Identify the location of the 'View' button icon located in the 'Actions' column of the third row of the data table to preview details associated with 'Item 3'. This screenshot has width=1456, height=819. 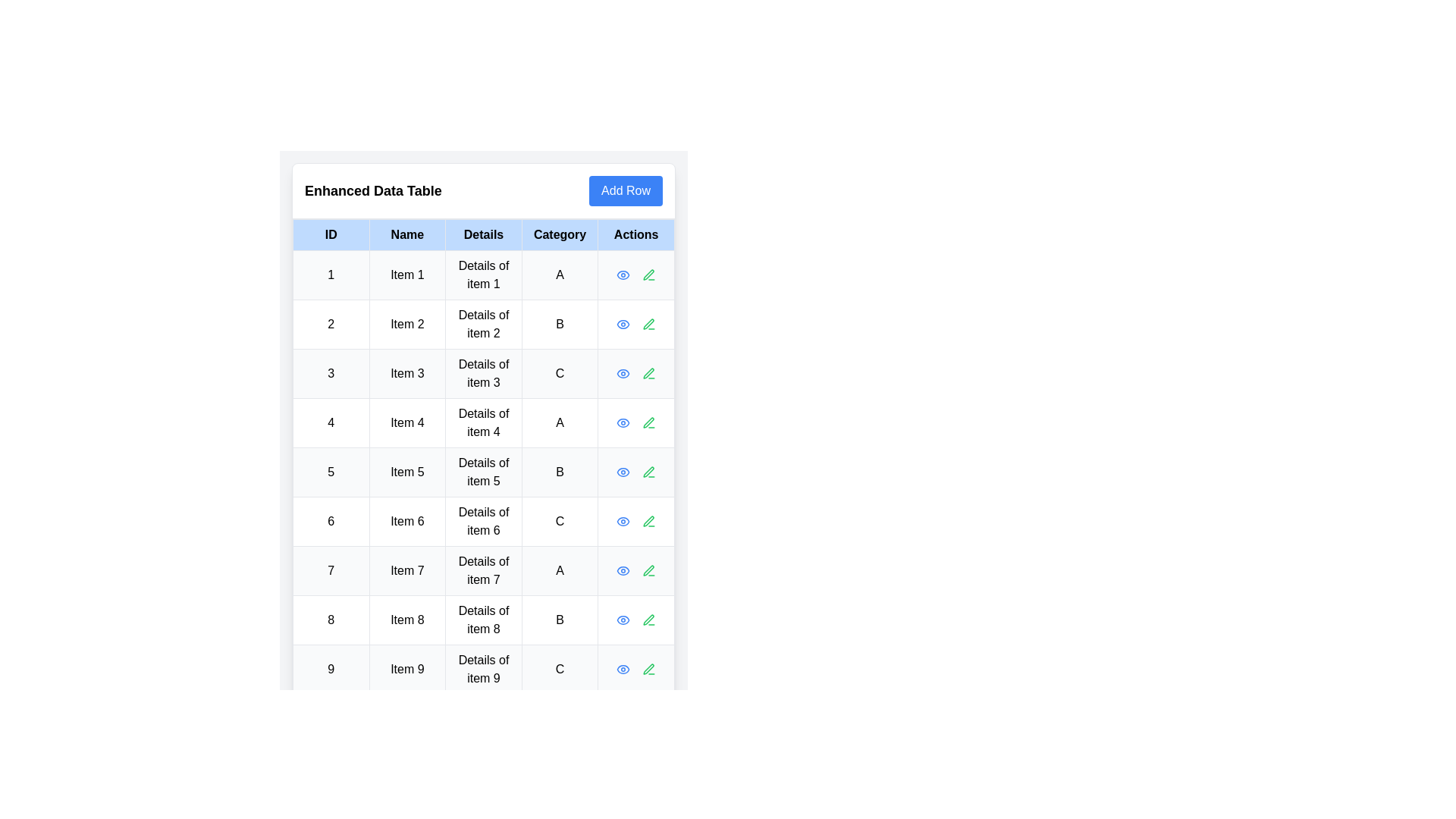
(623, 374).